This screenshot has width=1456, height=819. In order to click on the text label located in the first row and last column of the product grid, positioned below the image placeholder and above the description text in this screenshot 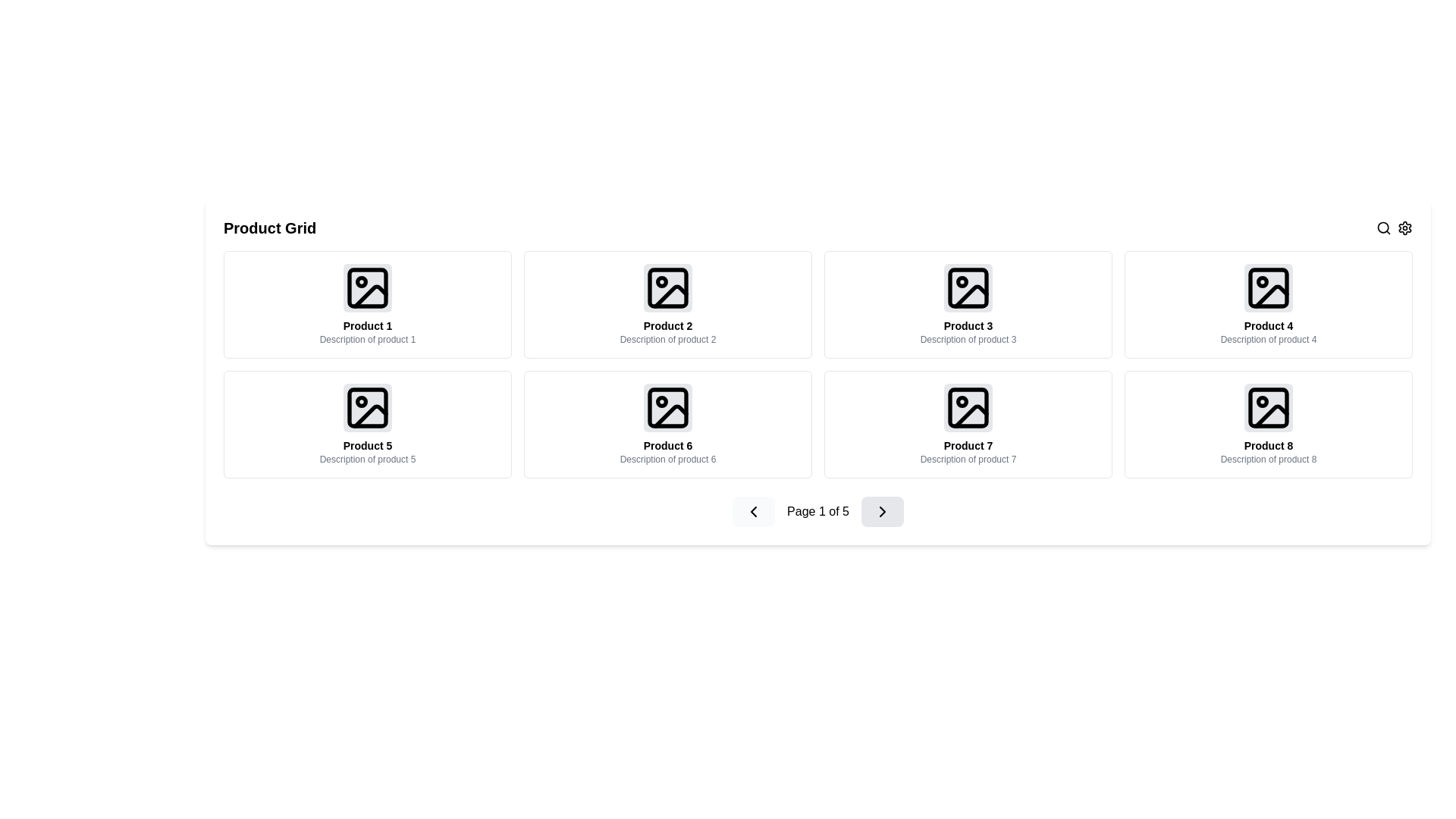, I will do `click(1269, 325)`.